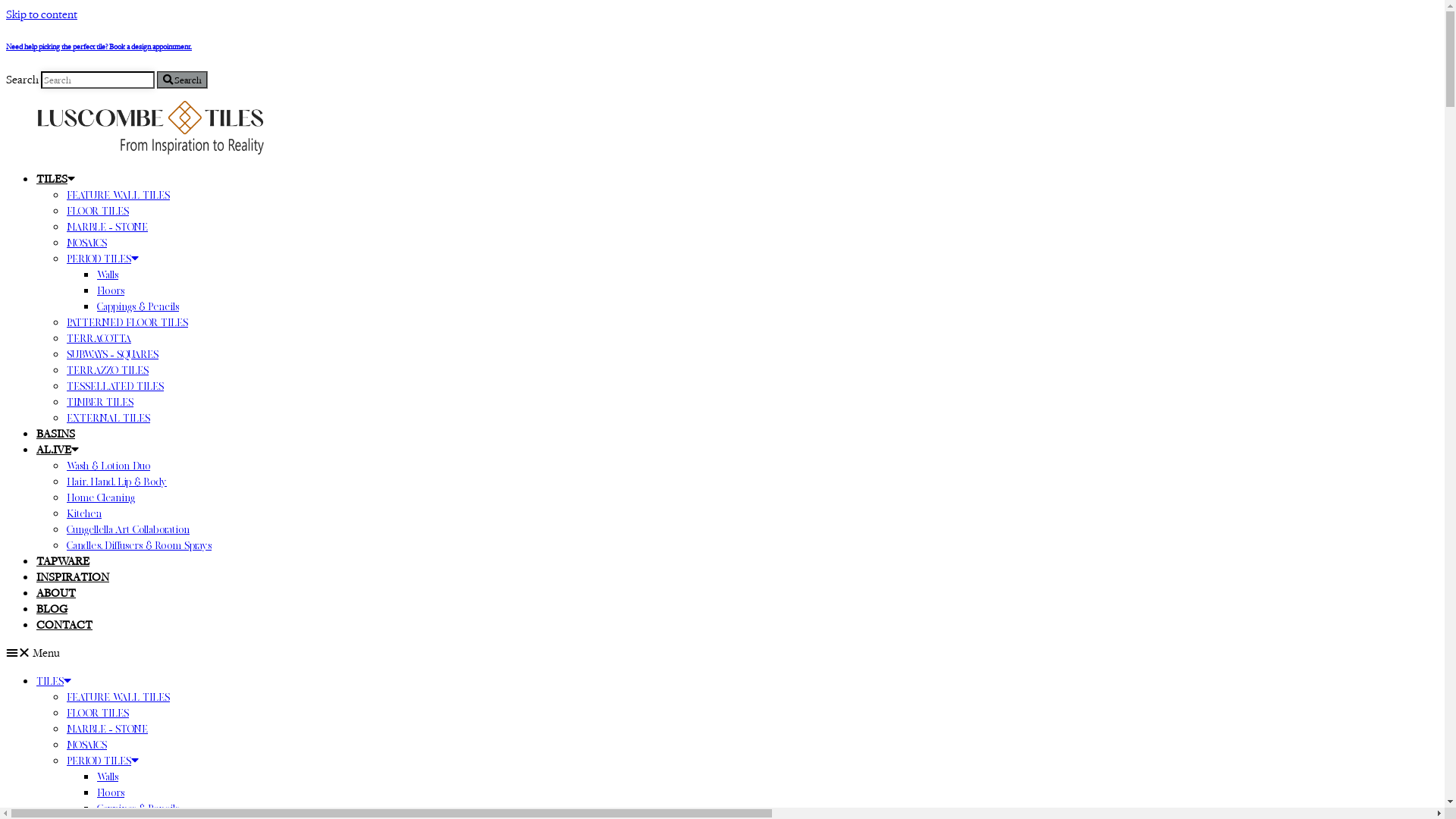 The height and width of the screenshot is (819, 1456). I want to click on 'TIMBER TILES', so click(65, 400).